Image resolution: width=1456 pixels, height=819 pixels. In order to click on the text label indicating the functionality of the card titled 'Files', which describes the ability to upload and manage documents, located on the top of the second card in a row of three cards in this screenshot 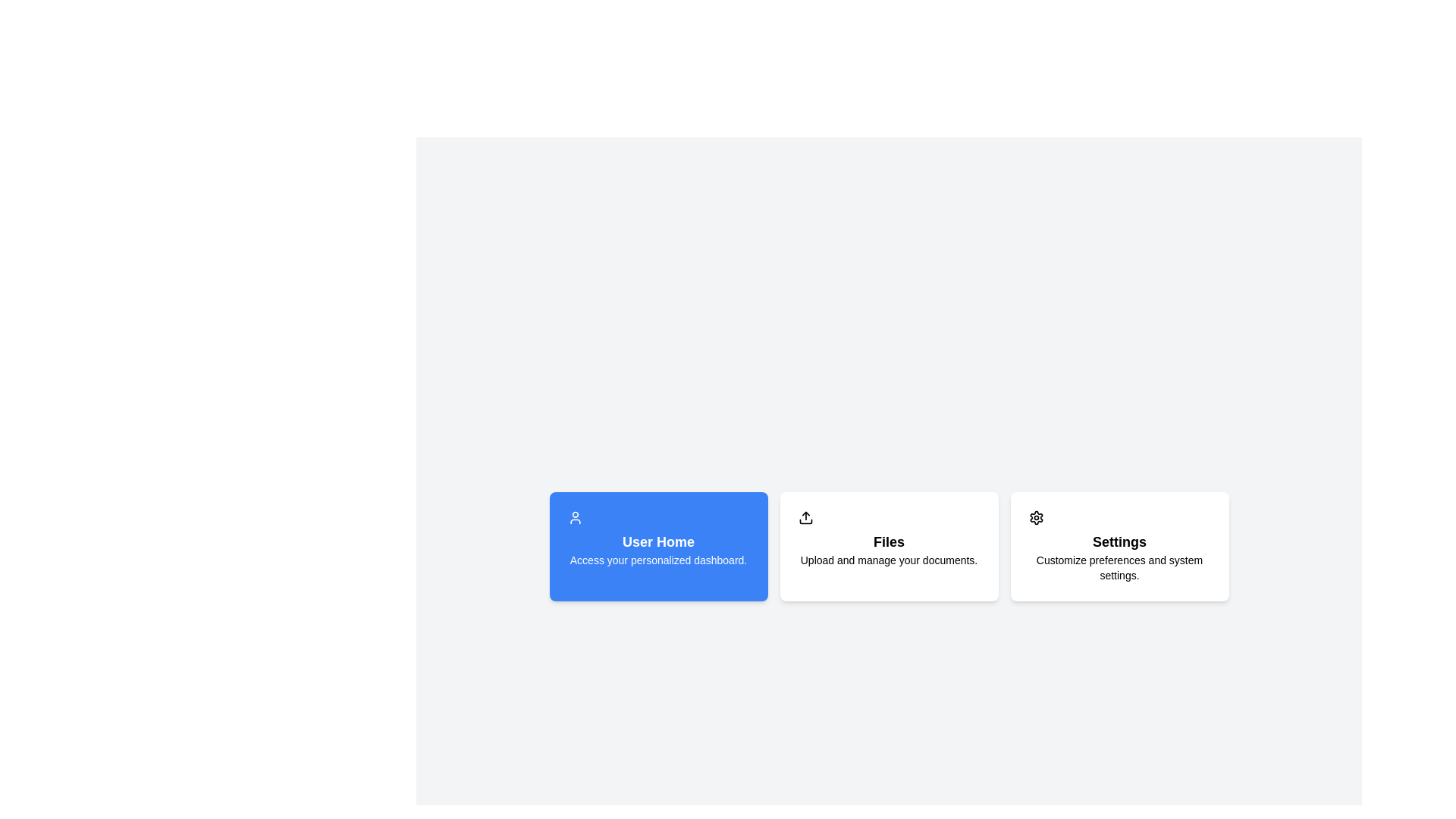, I will do `click(889, 541)`.